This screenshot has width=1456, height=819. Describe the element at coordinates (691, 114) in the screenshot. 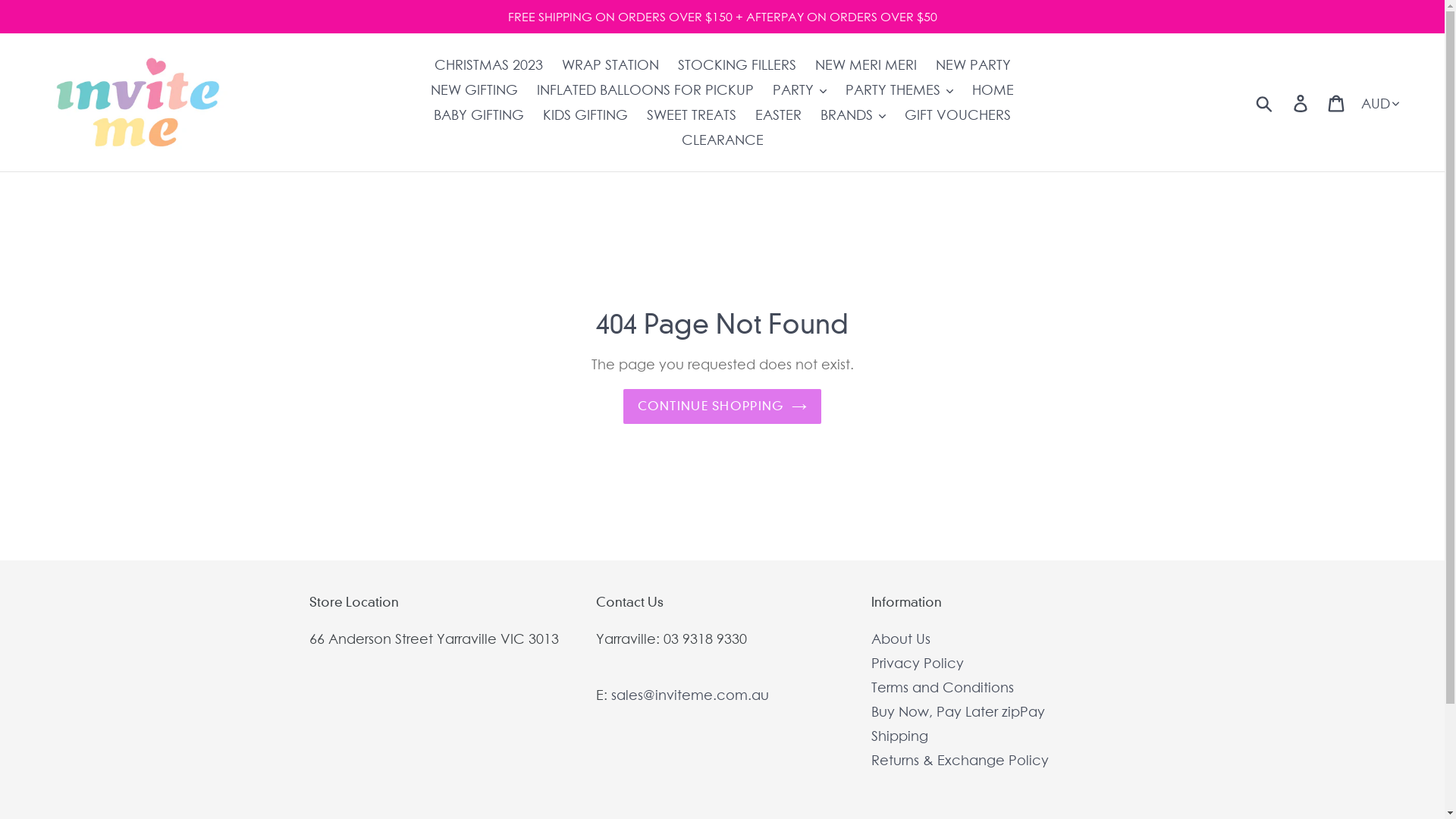

I see `'SWEET TREATS'` at that location.